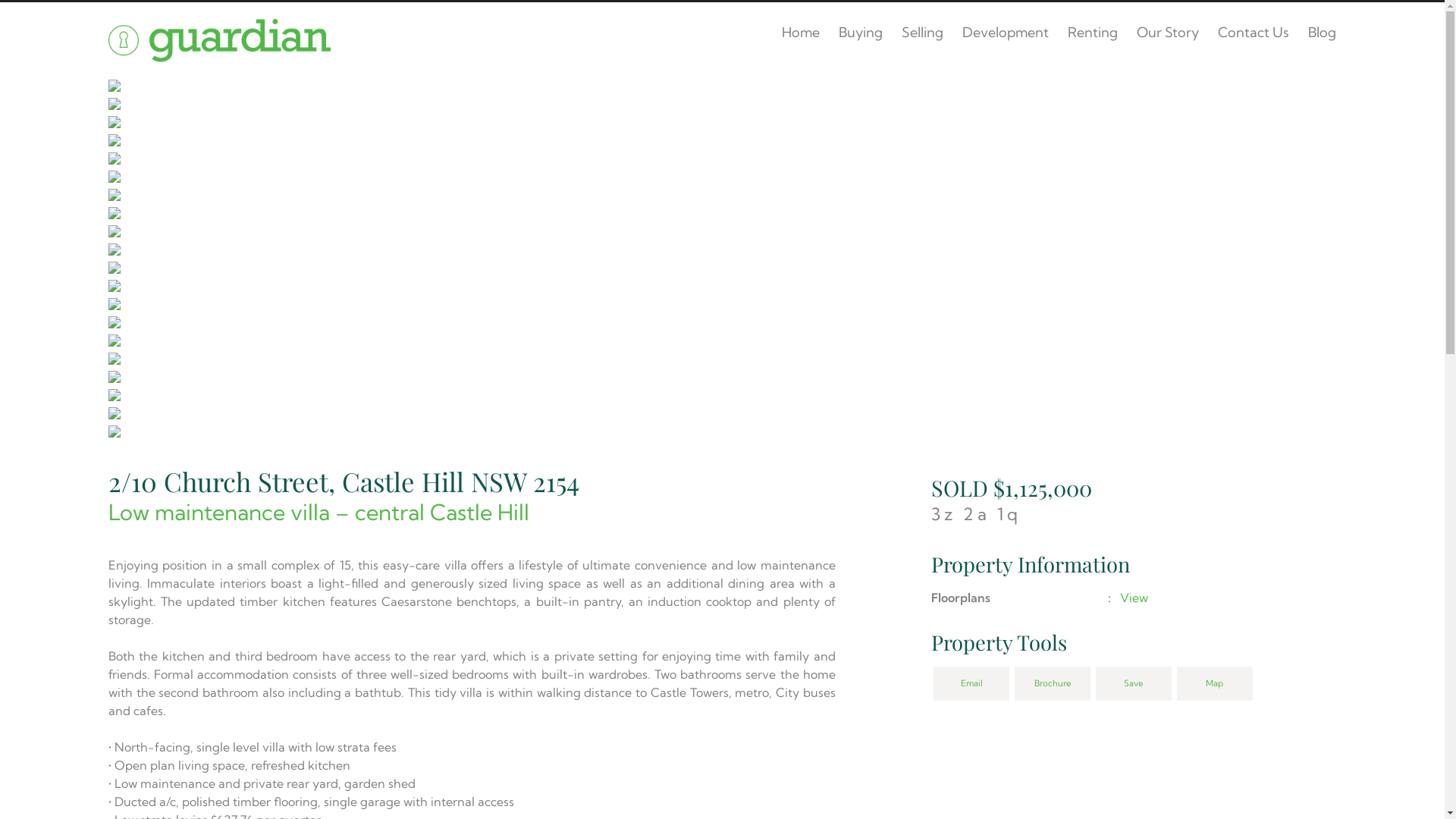  Describe the element at coordinates (902, 32) in the screenshot. I see `'Selling'` at that location.